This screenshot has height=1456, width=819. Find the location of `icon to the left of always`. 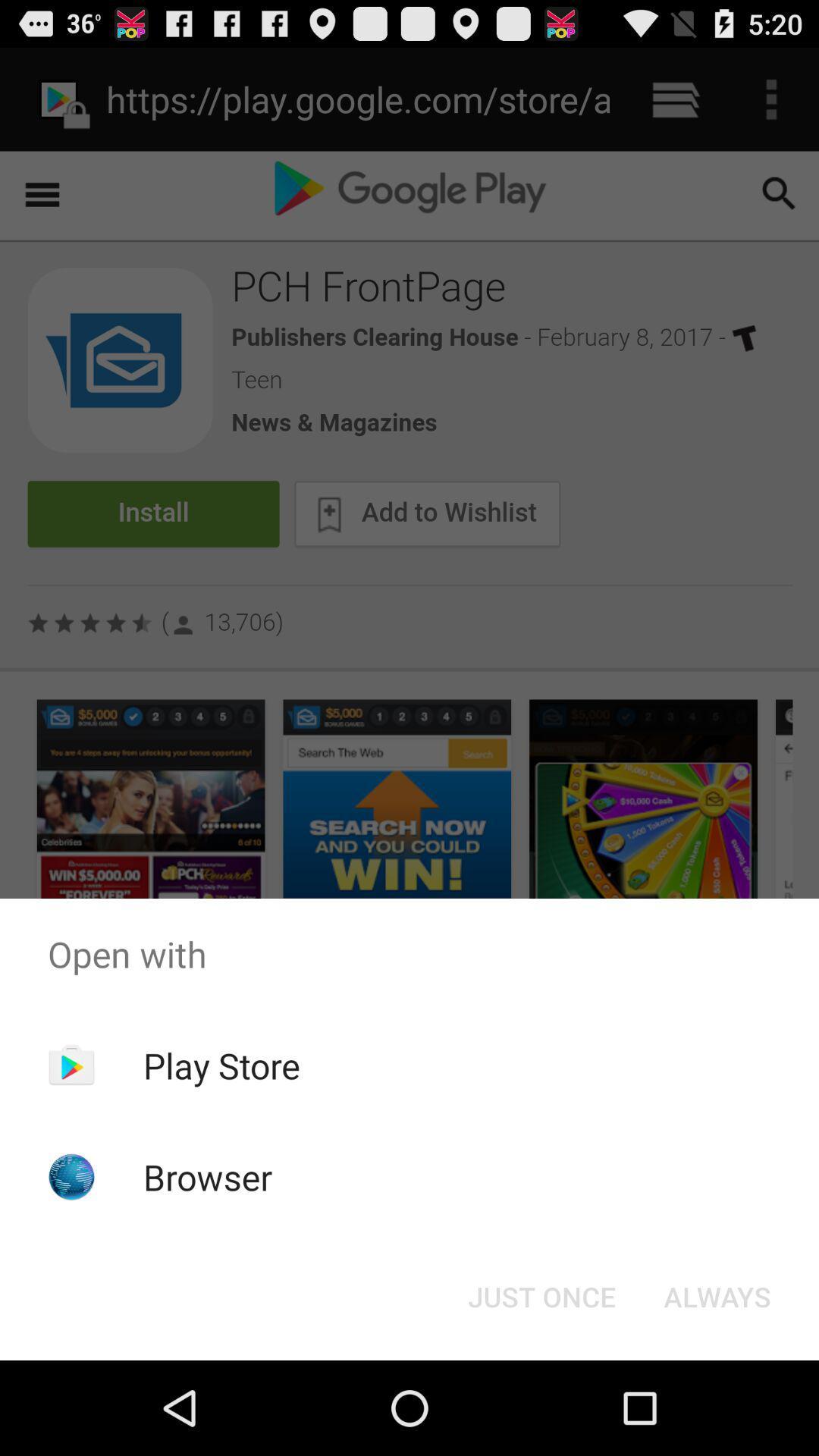

icon to the left of always is located at coordinates (541, 1295).